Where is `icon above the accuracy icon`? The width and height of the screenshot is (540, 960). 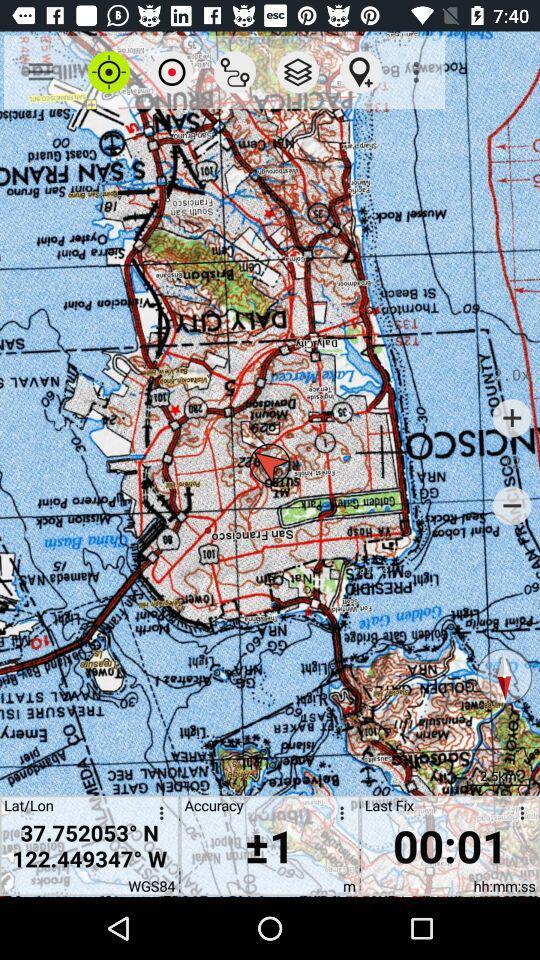 icon above the accuracy icon is located at coordinates (234, 72).